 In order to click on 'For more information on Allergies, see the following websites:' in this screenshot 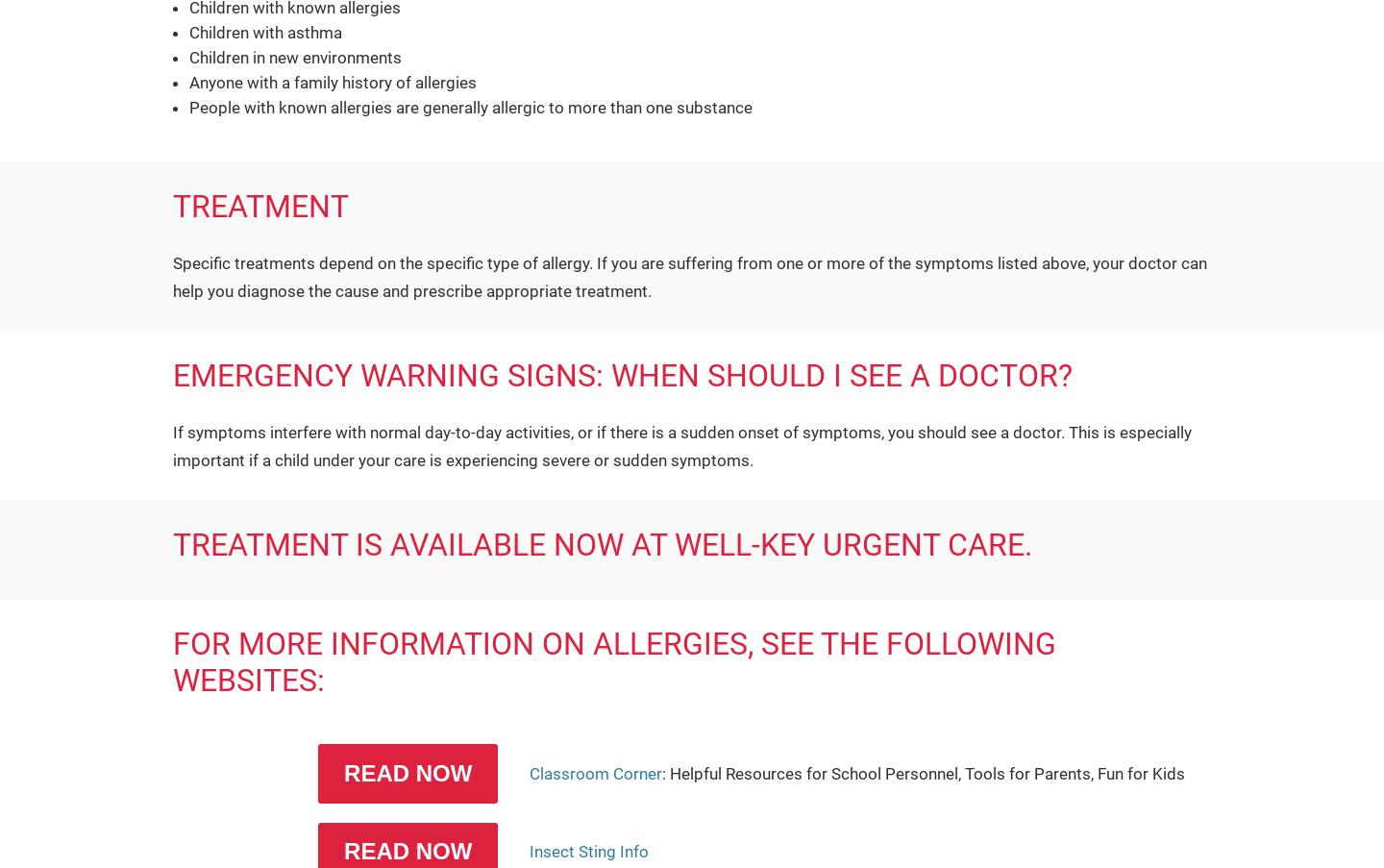, I will do `click(613, 660)`.